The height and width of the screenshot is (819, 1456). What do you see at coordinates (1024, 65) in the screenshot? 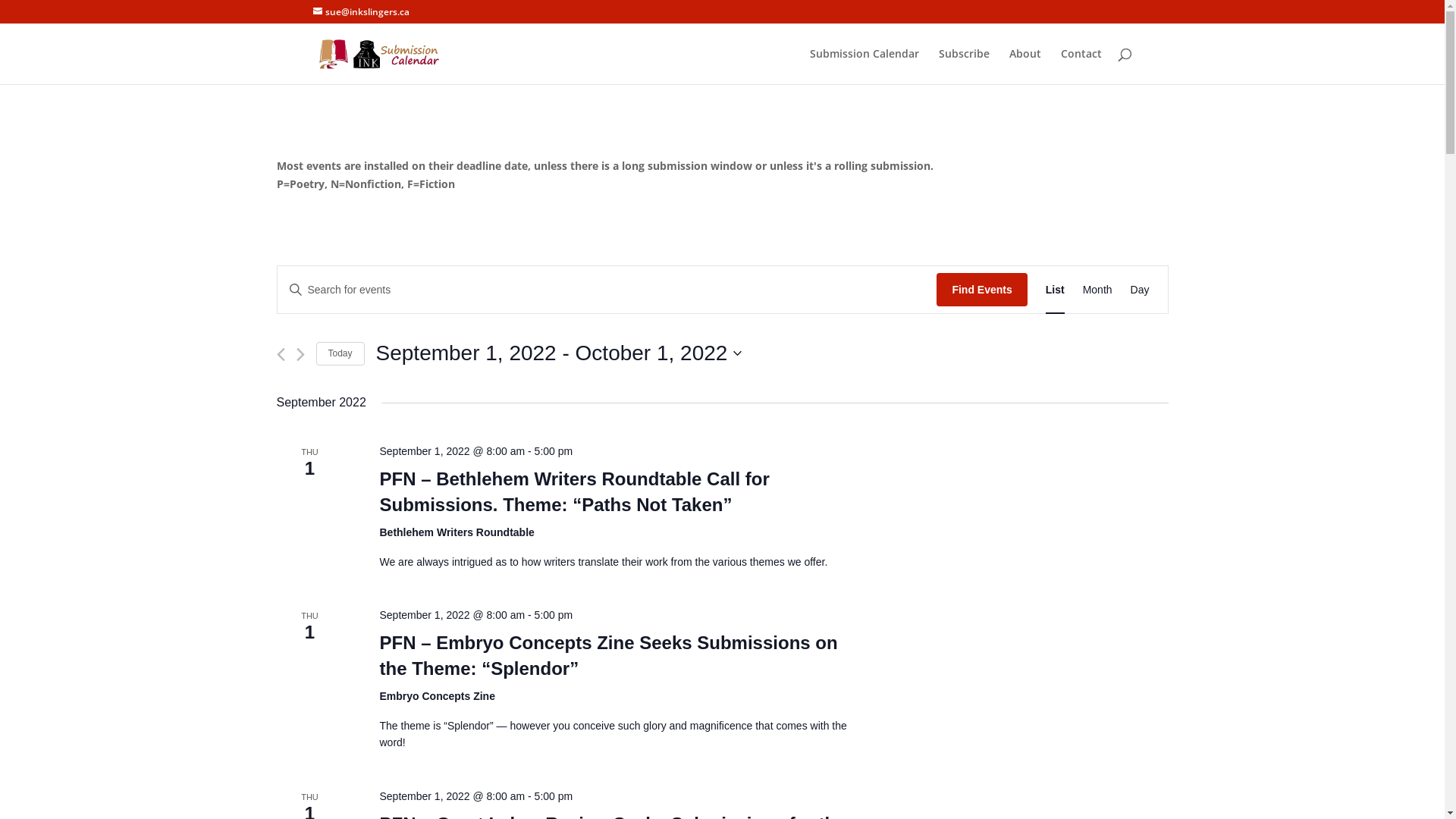
I see `'About'` at bounding box center [1024, 65].